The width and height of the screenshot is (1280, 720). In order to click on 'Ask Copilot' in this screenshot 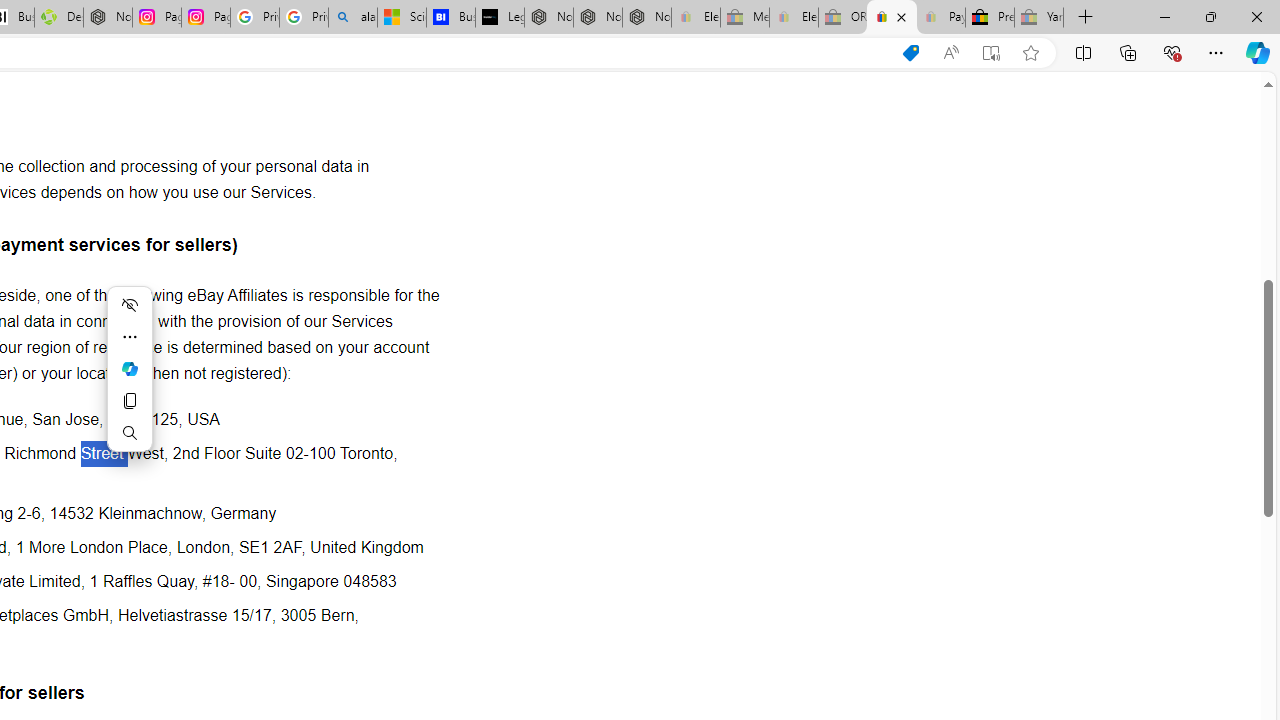, I will do `click(128, 368)`.